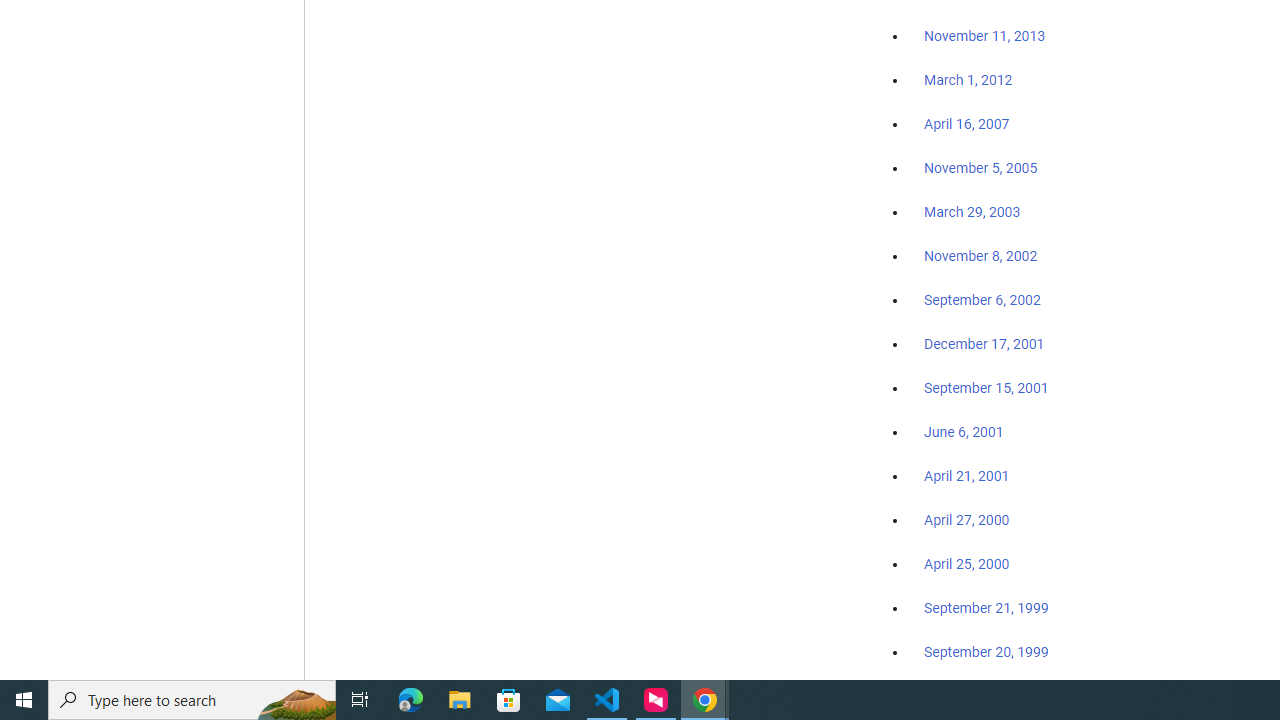  I want to click on 'April 16, 2007', so click(967, 124).